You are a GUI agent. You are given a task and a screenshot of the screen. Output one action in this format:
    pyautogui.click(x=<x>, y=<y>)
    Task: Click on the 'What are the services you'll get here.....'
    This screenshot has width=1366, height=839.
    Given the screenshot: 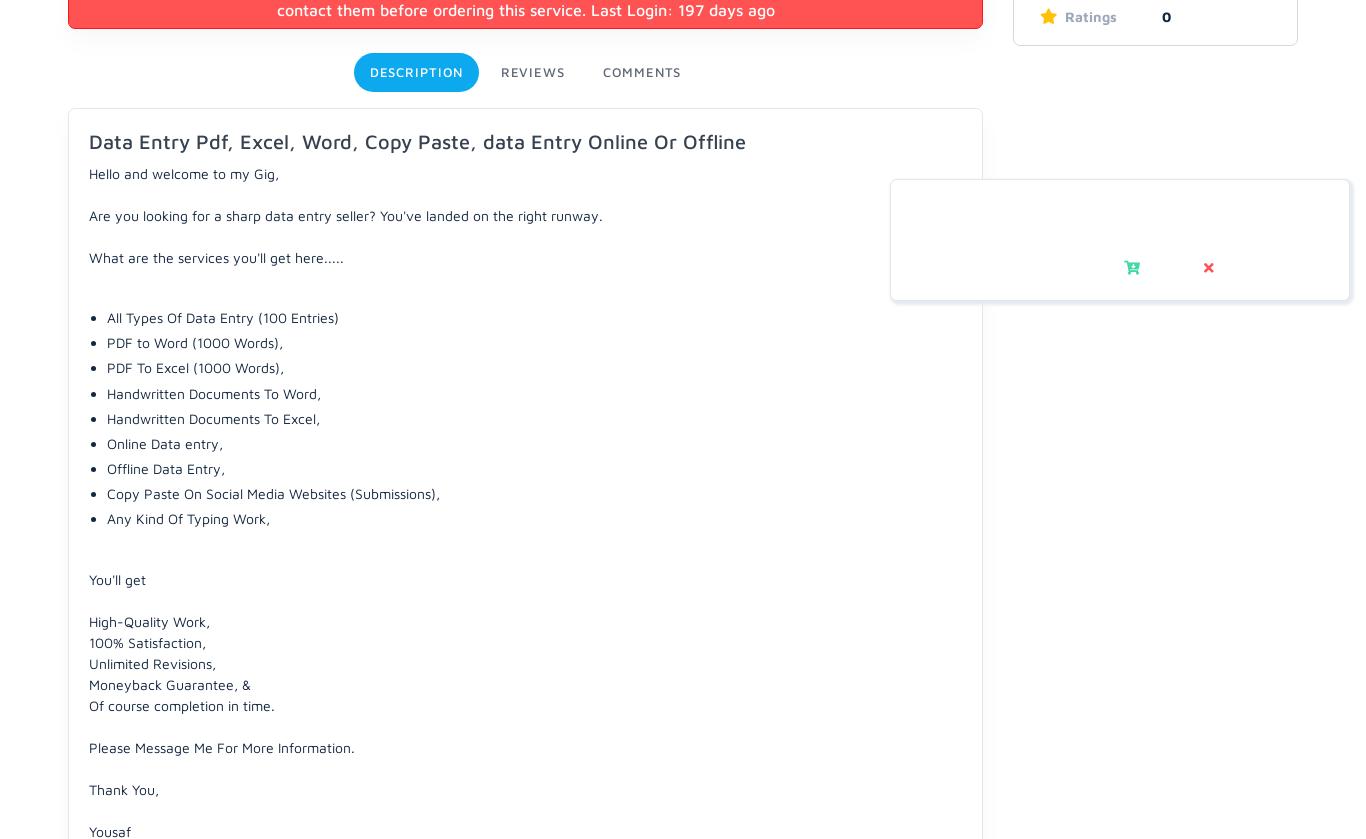 What is the action you would take?
    pyautogui.click(x=215, y=256)
    